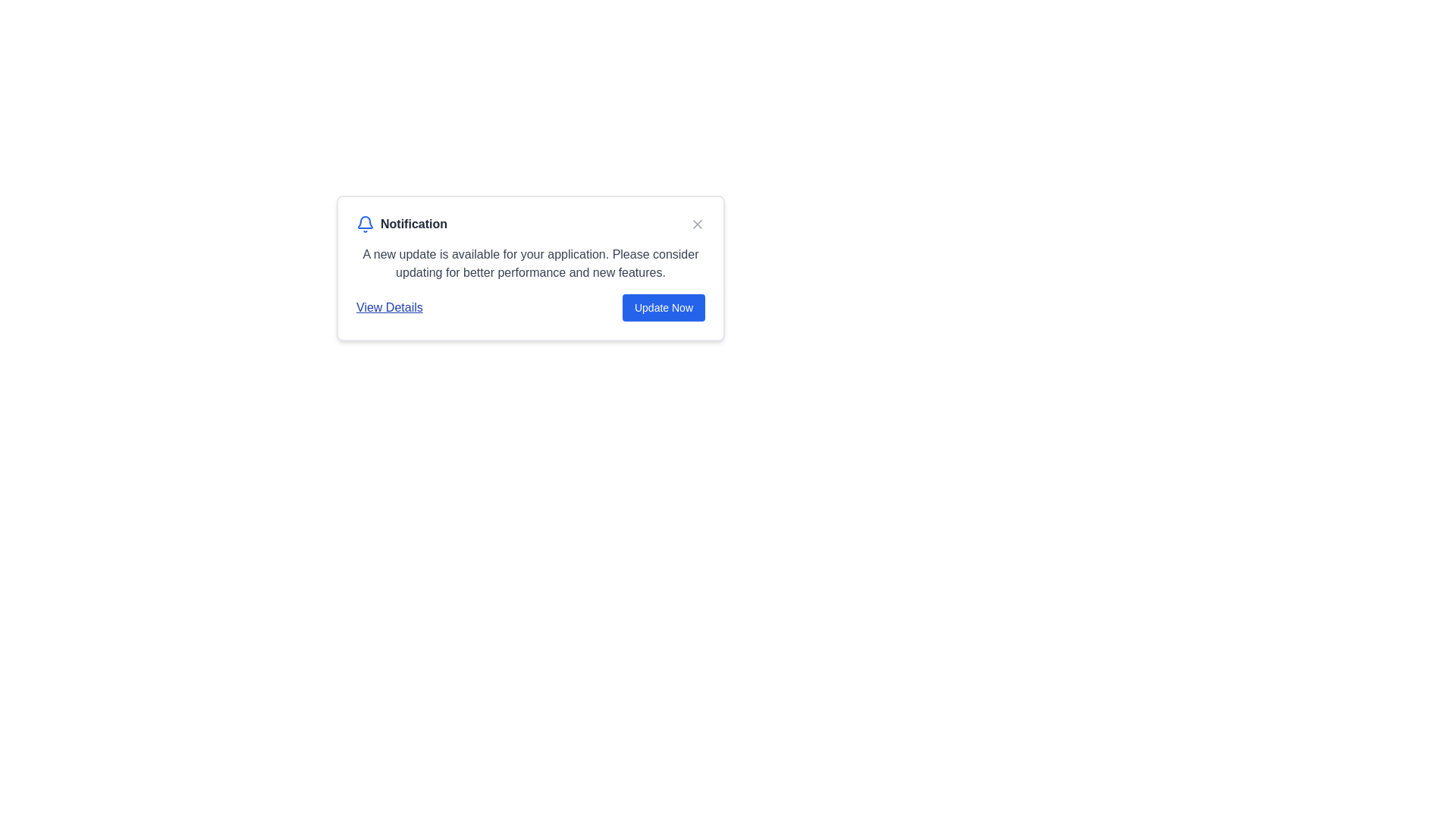  I want to click on the Text Label with Icon, which serves as an indicator for the notification section located in the top-left corner of the modal dialog box, so click(401, 224).